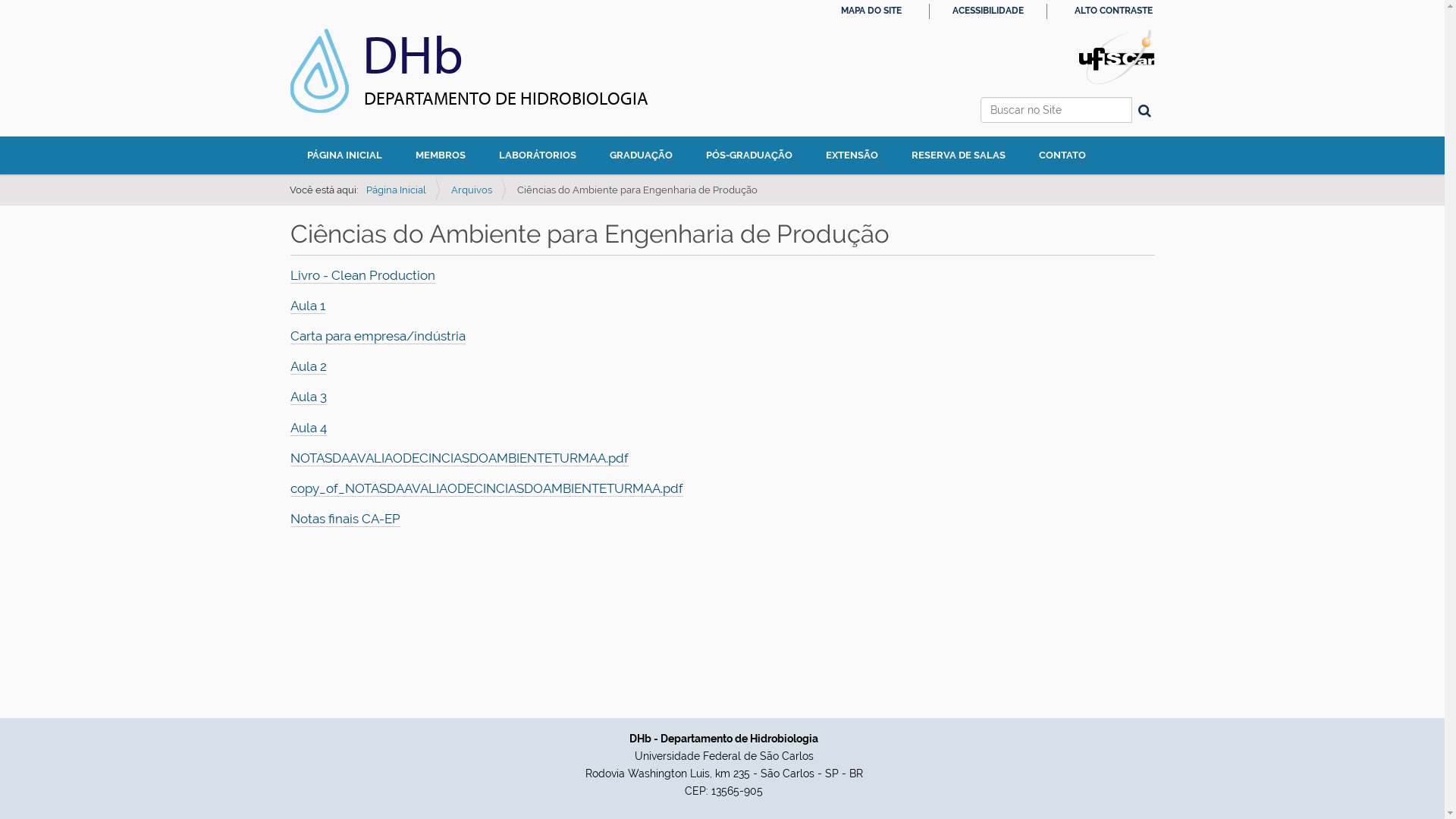  What do you see at coordinates (1062, 155) in the screenshot?
I see `'CONTATO'` at bounding box center [1062, 155].